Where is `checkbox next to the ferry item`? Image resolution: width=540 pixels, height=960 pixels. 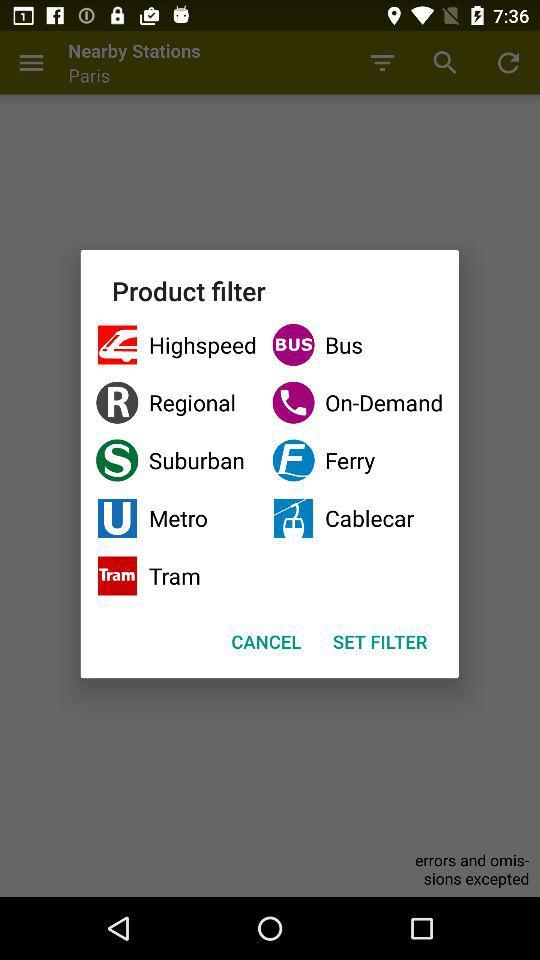 checkbox next to the ferry item is located at coordinates (176, 517).